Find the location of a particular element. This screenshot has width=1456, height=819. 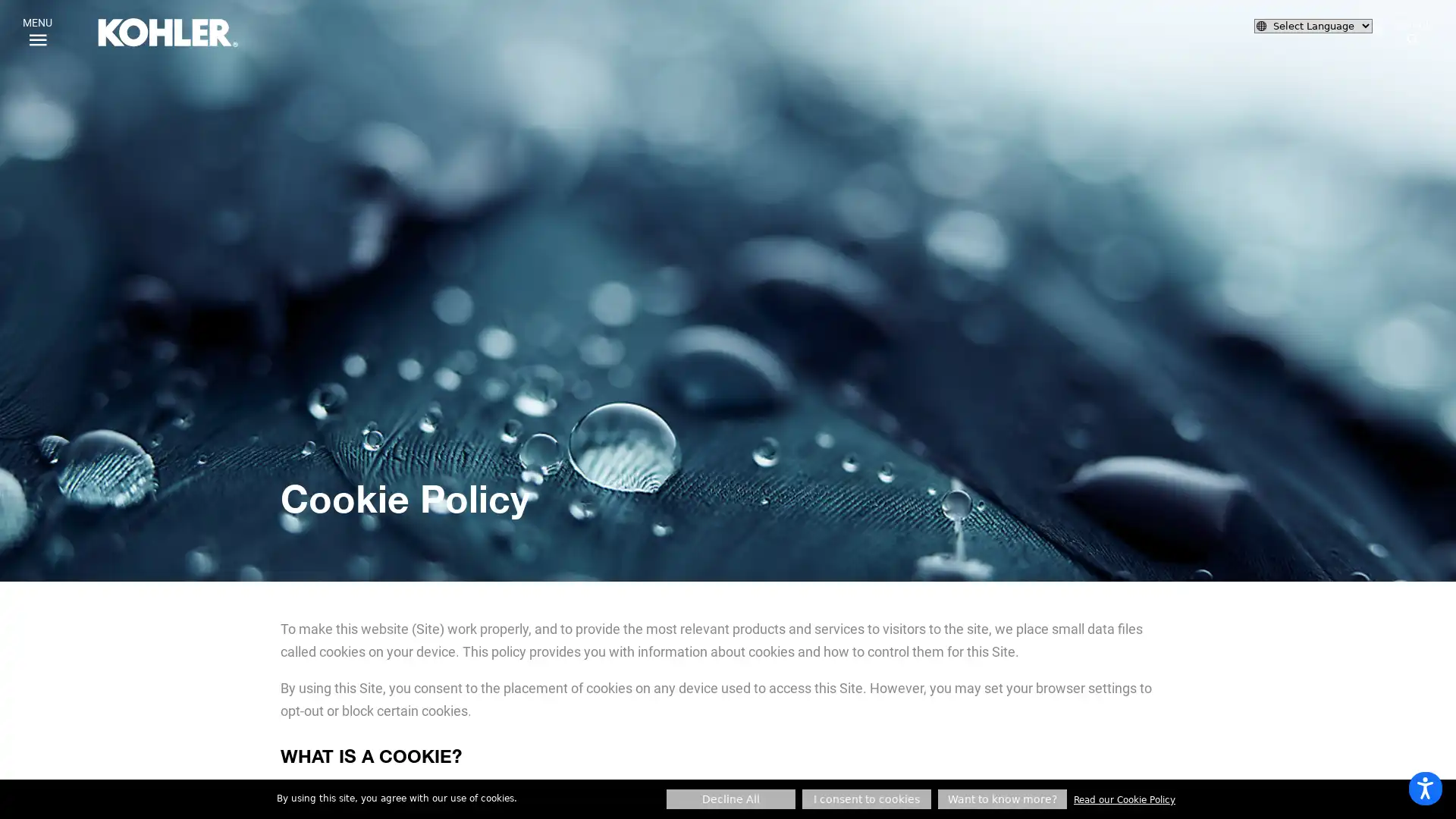

SEARCH is located at coordinates (1412, 32).